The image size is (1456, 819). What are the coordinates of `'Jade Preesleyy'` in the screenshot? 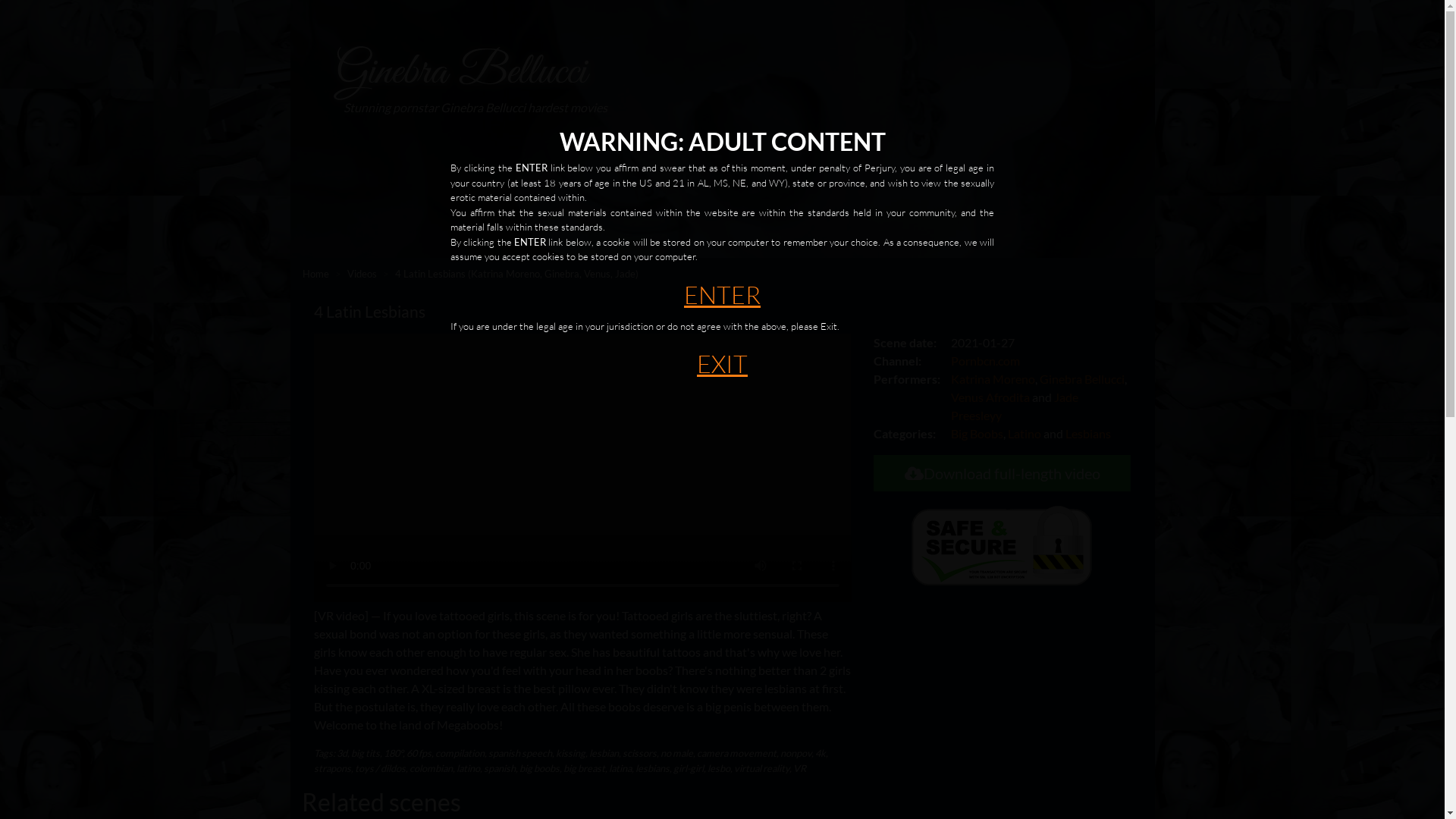 It's located at (949, 405).